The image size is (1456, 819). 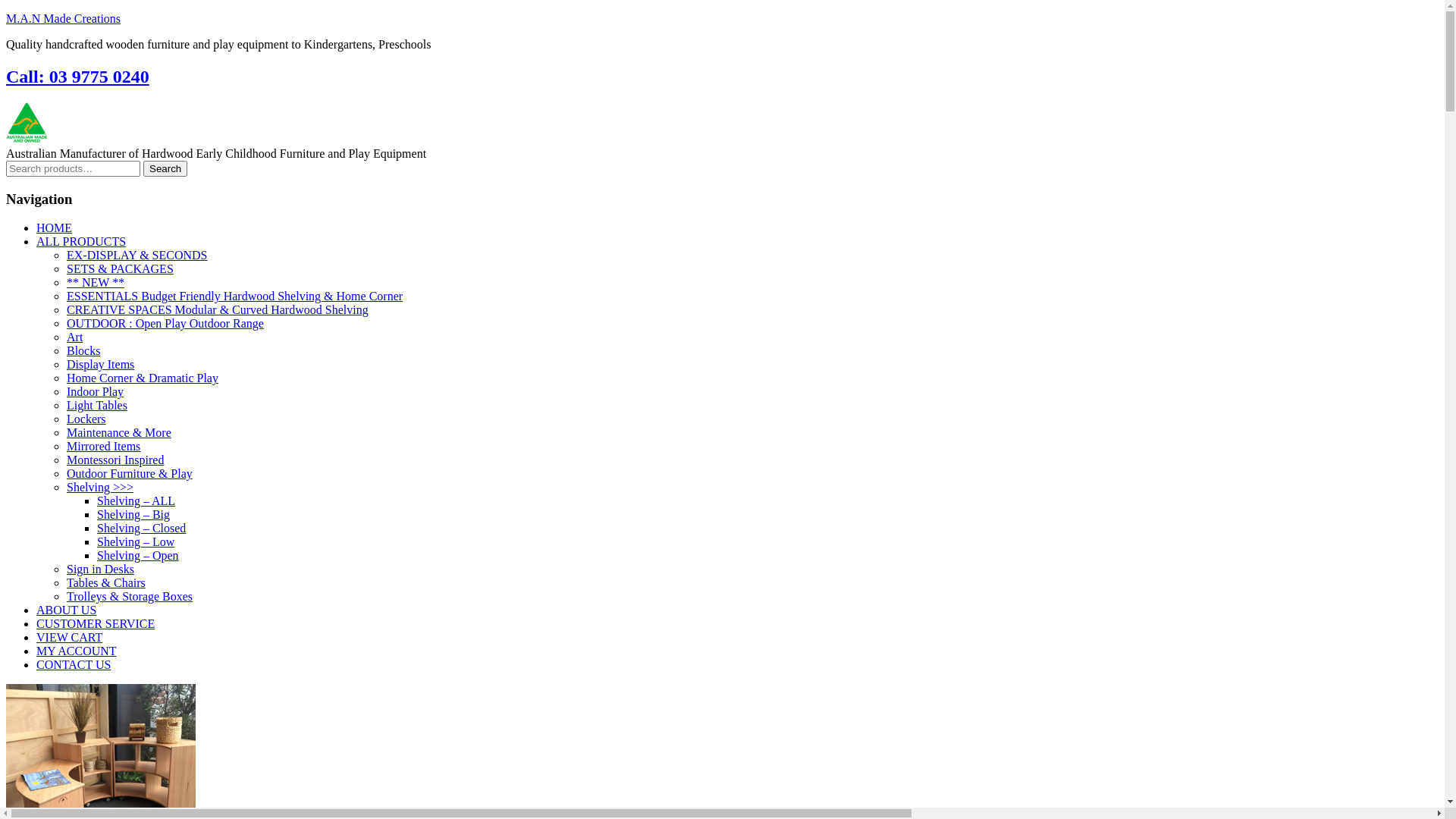 What do you see at coordinates (99, 364) in the screenshot?
I see `'Display Items'` at bounding box center [99, 364].